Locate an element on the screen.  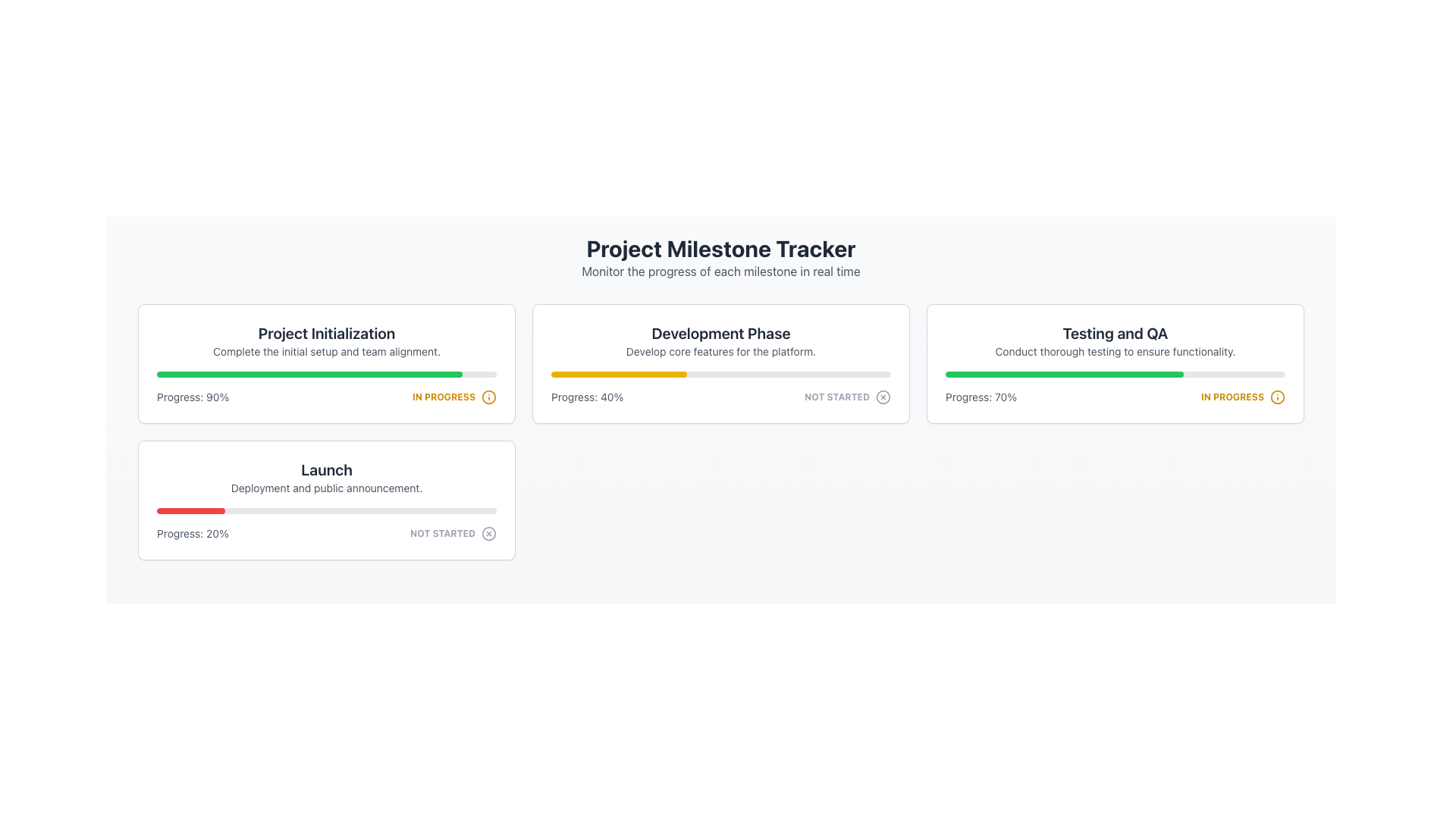
text content that includes the title 'Development Phase' and the description 'Develop core features for the platform.' located at the center of the milestone card above the progress bar is located at coordinates (720, 341).